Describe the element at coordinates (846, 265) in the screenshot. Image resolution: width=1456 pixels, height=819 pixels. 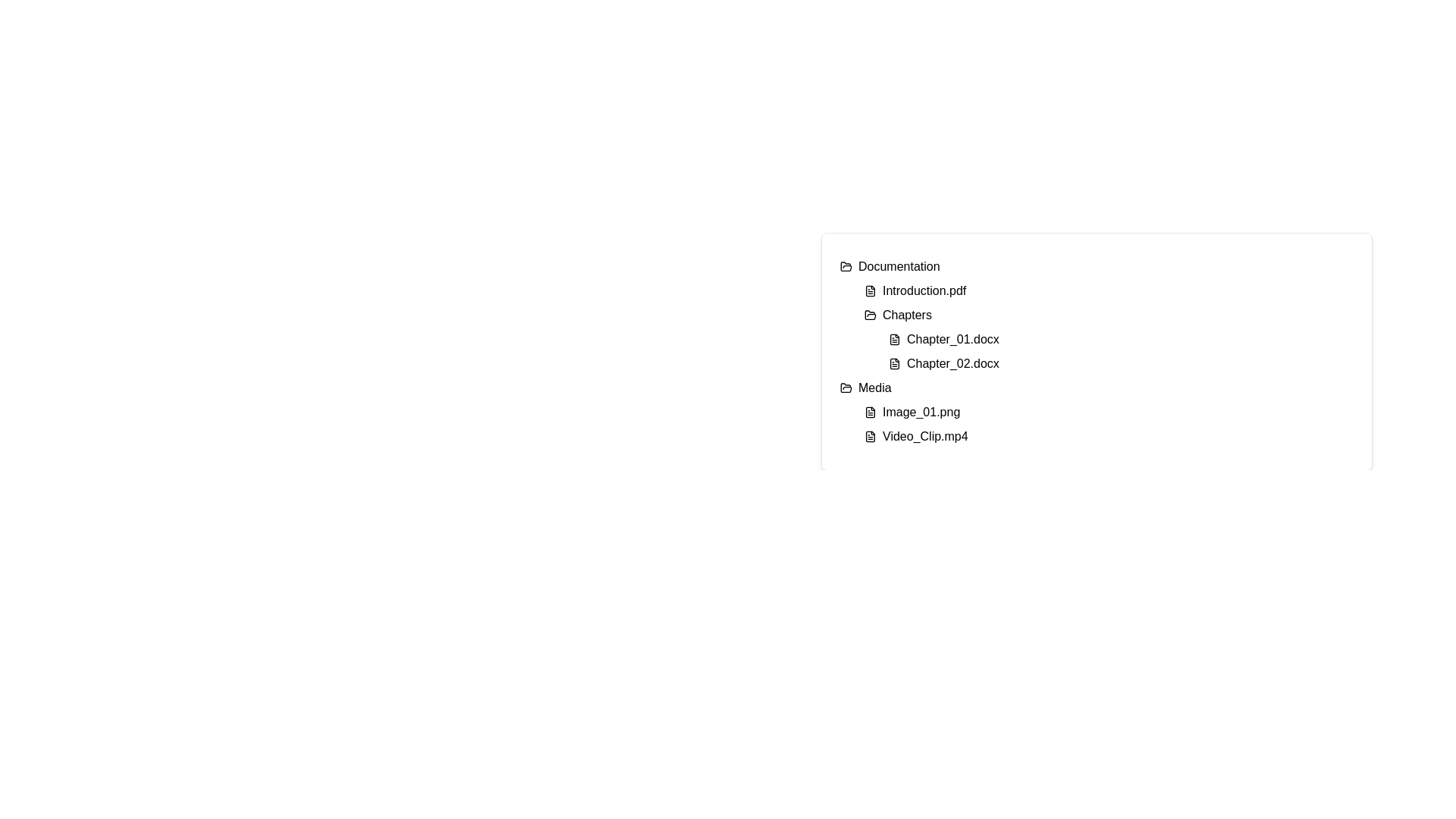
I see `the graphical folder icon representing the 'Documentation' folder` at that location.